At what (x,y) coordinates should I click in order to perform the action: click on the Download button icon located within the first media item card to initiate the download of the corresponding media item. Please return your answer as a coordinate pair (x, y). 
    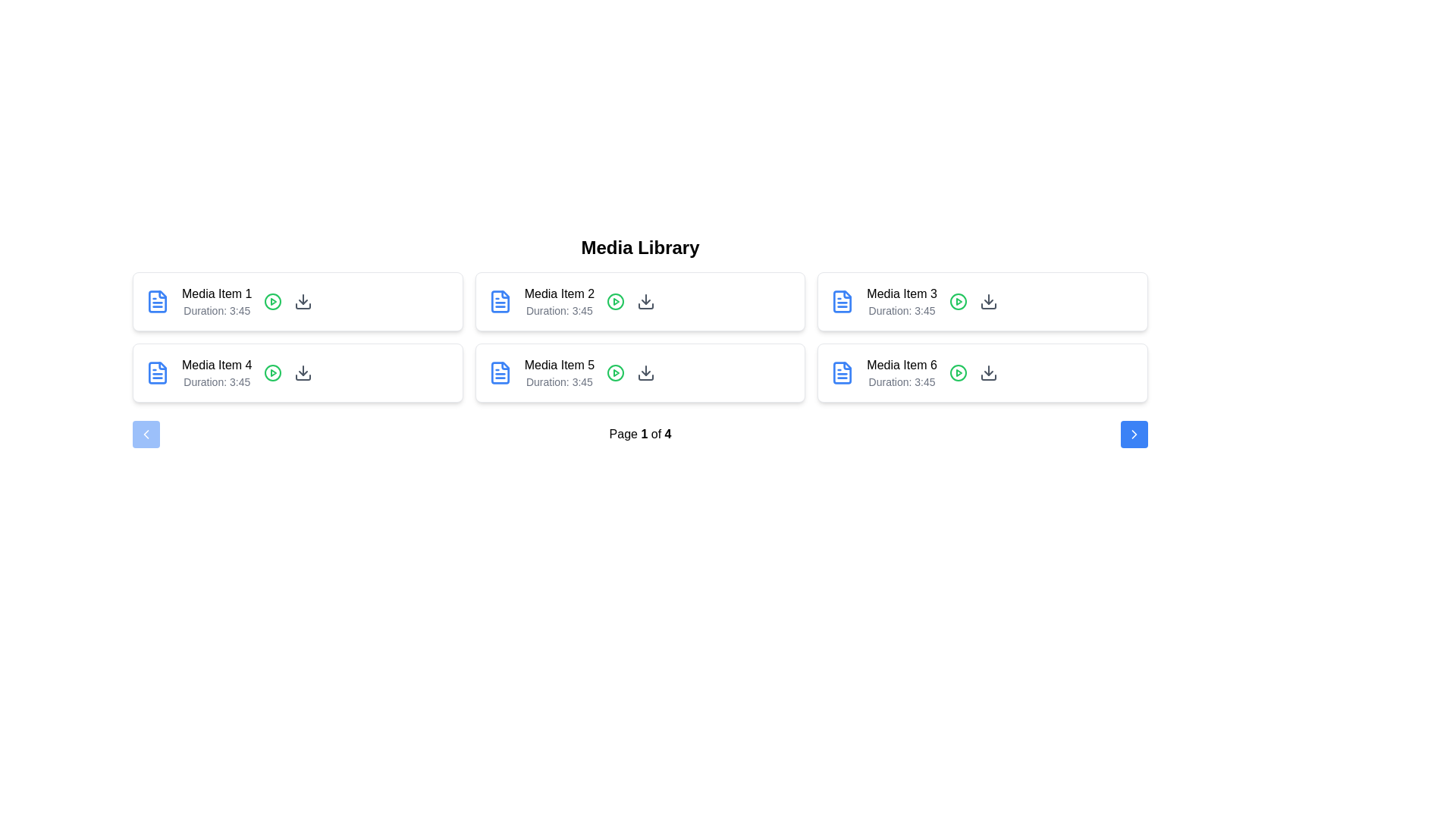
    Looking at the image, I should click on (303, 301).